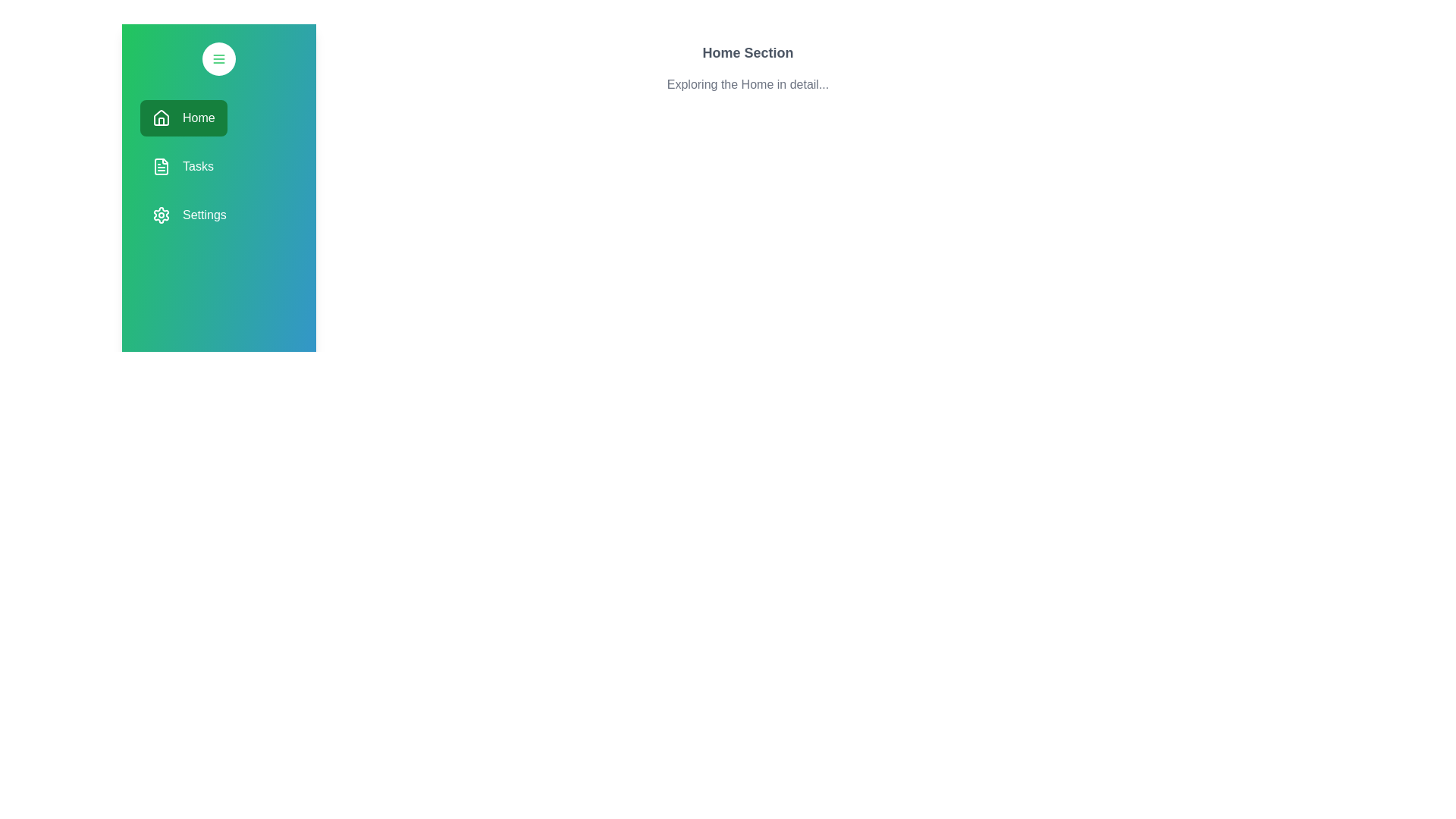  Describe the element at coordinates (197, 166) in the screenshot. I see `the 'Tasks' text label in the navigation menu, which is the second item below 'Home' and above 'Settings'` at that location.